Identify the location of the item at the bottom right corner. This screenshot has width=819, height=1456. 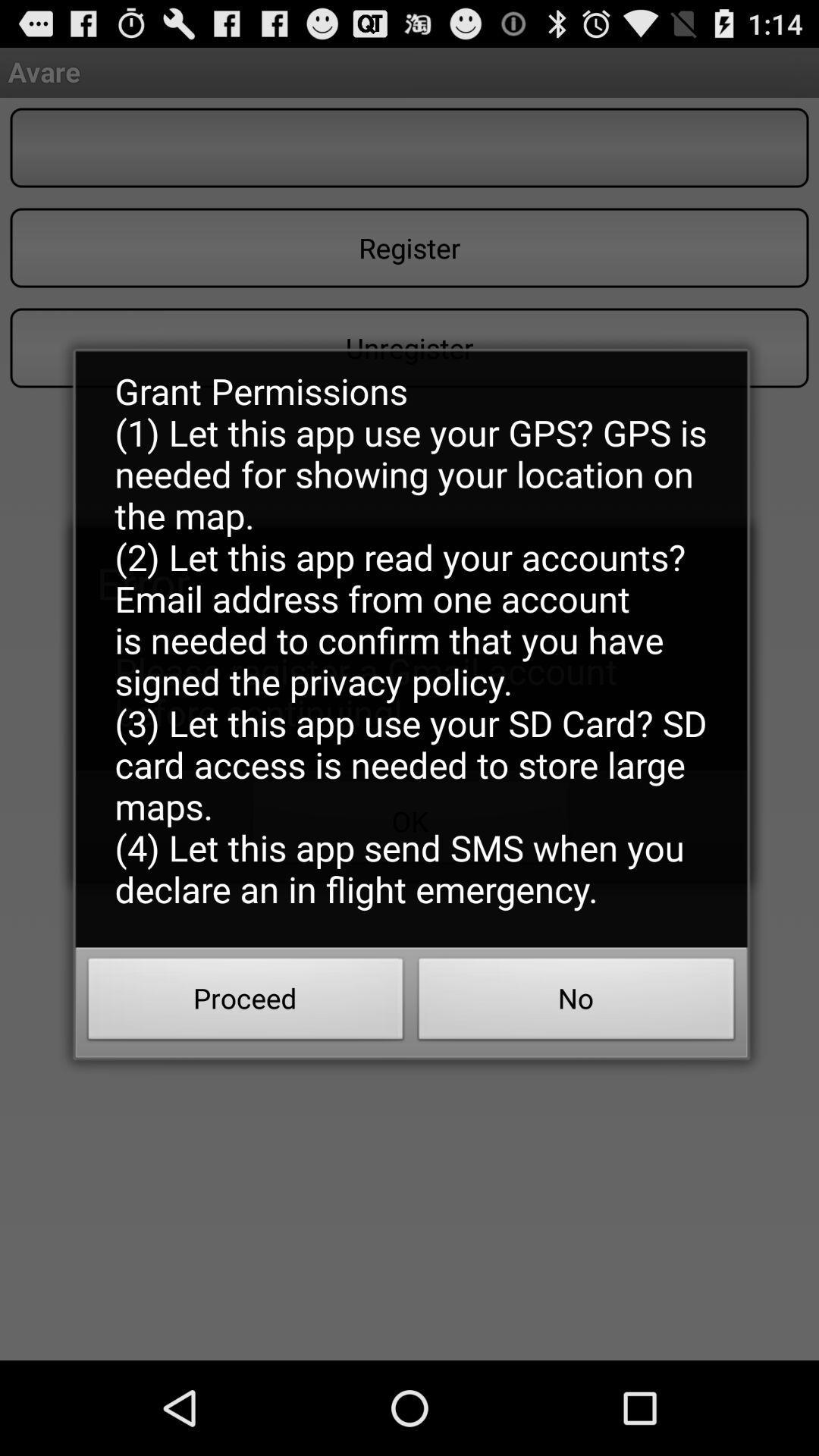
(576, 1003).